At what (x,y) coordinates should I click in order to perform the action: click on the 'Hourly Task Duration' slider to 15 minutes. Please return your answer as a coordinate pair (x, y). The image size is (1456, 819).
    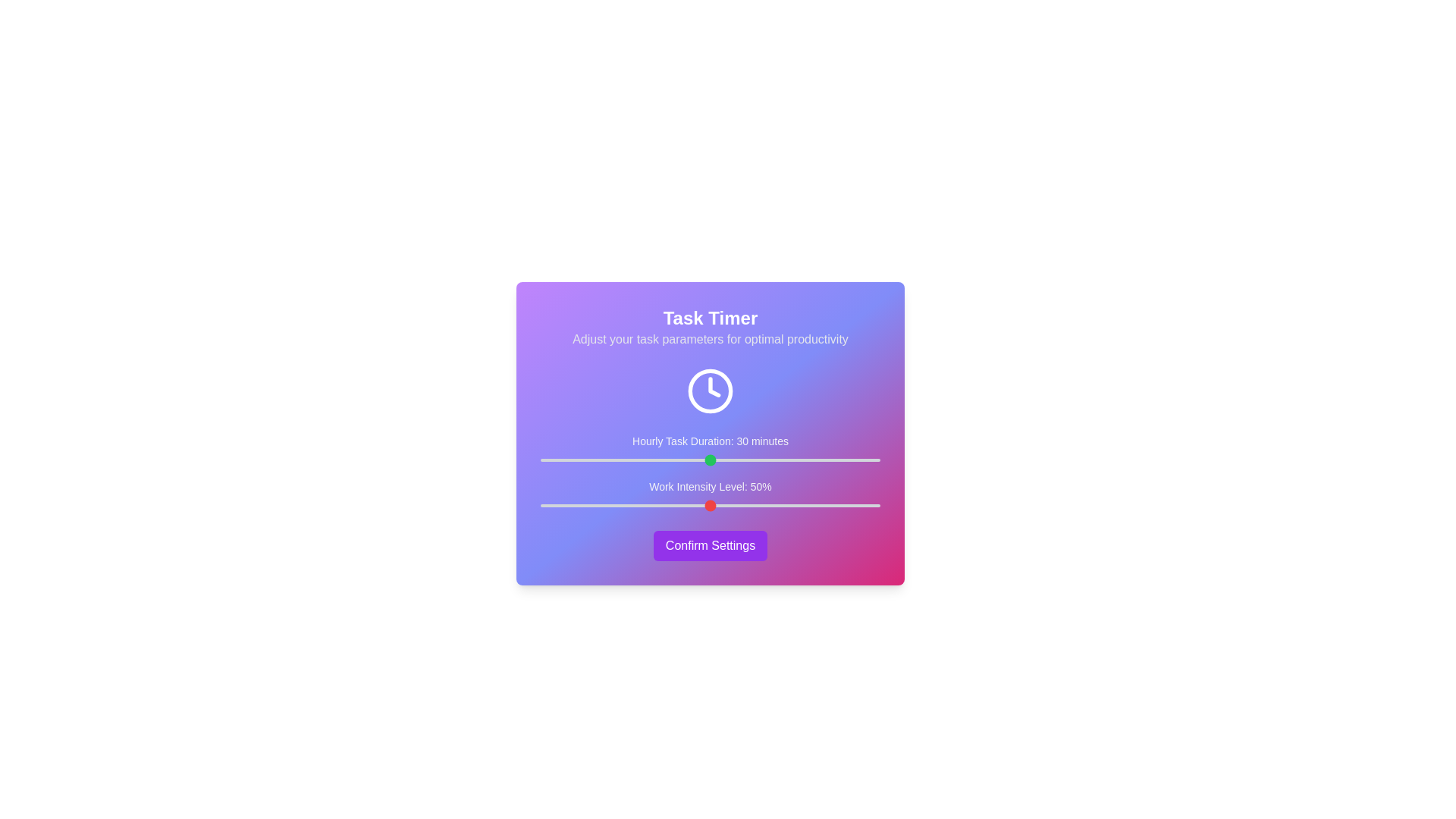
    Looking at the image, I should click on (626, 459).